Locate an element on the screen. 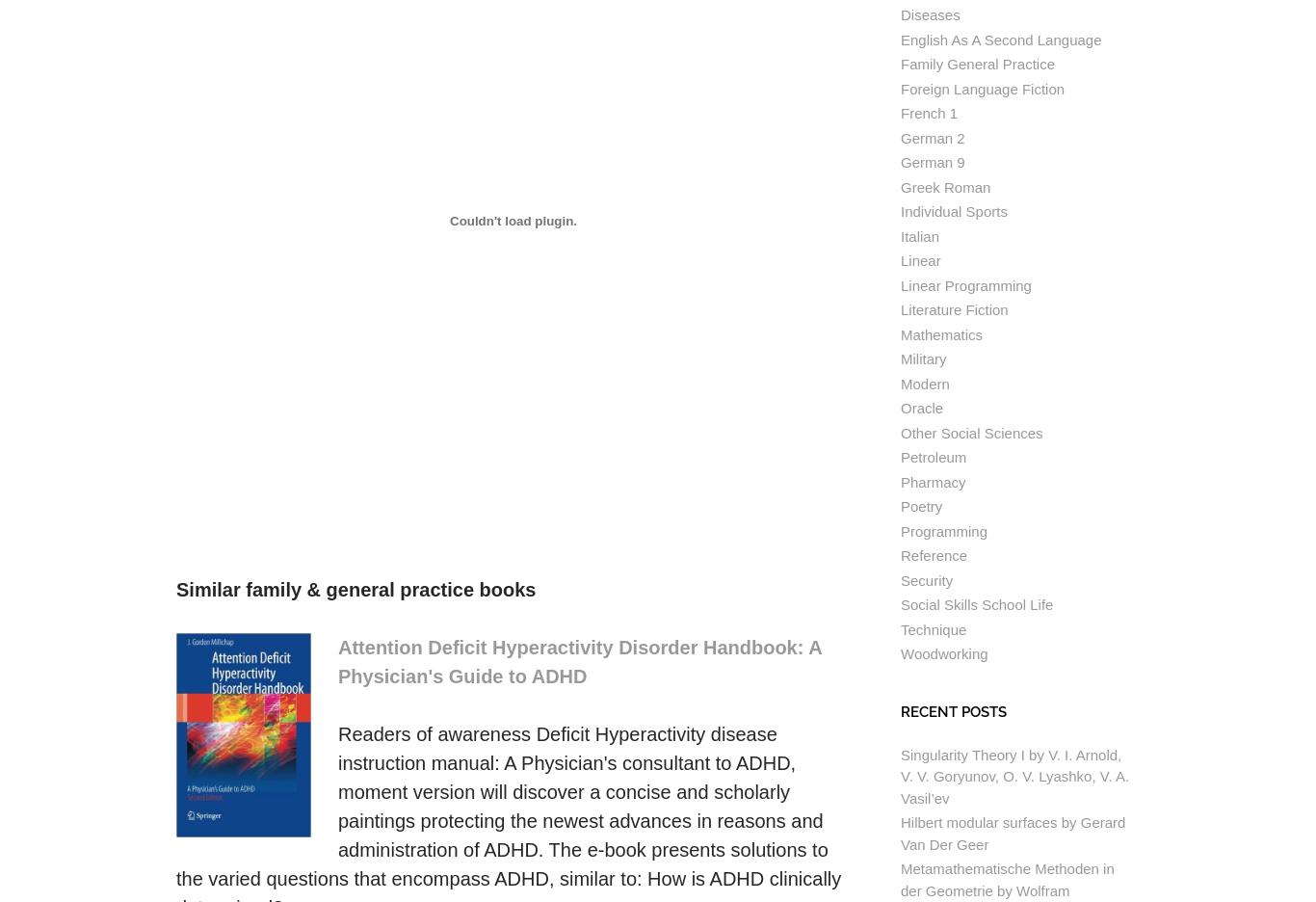 The height and width of the screenshot is (902, 1316). 'Similar family & general practice books' is located at coordinates (175, 589).